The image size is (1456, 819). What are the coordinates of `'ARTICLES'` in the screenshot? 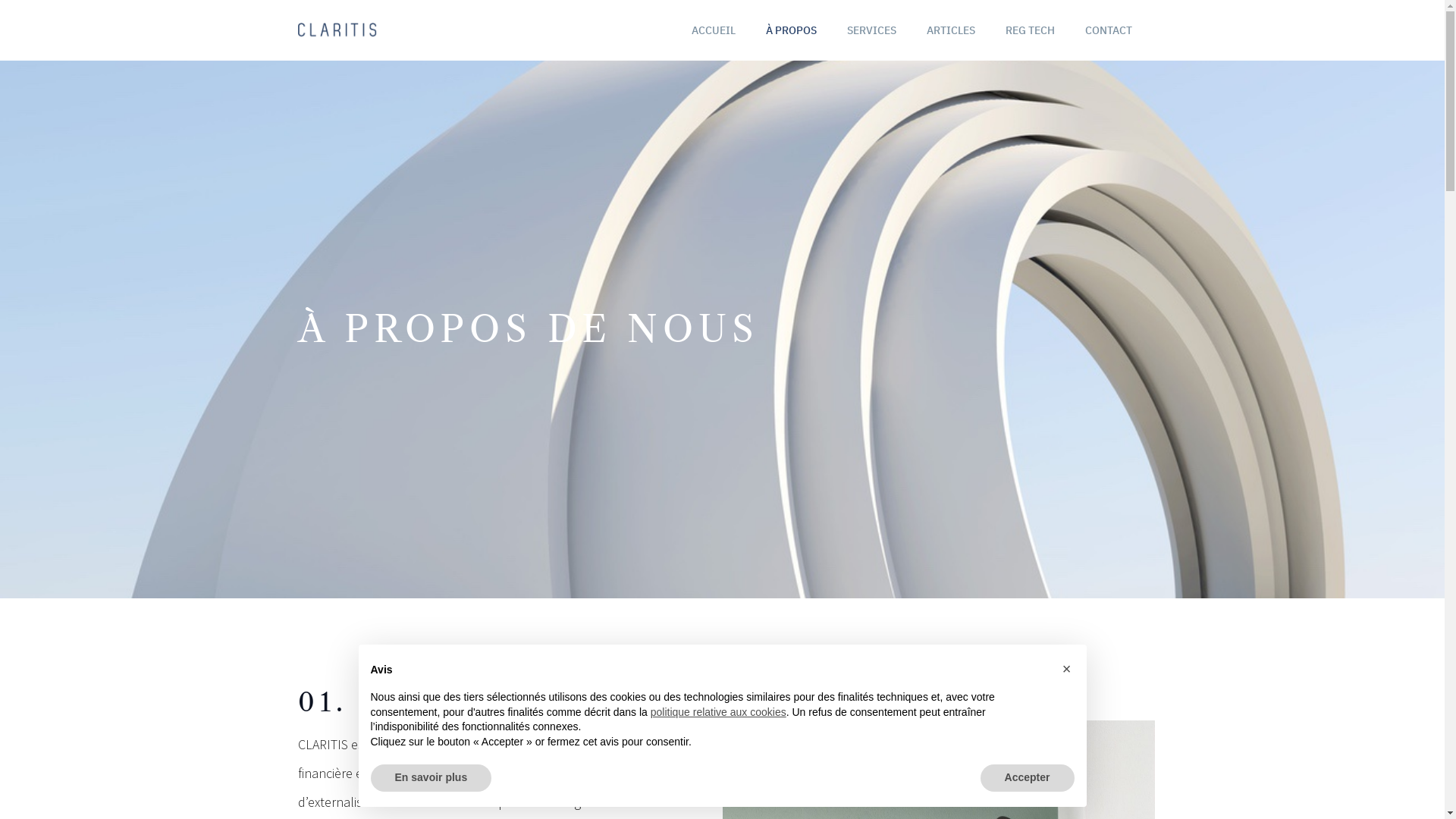 It's located at (949, 30).